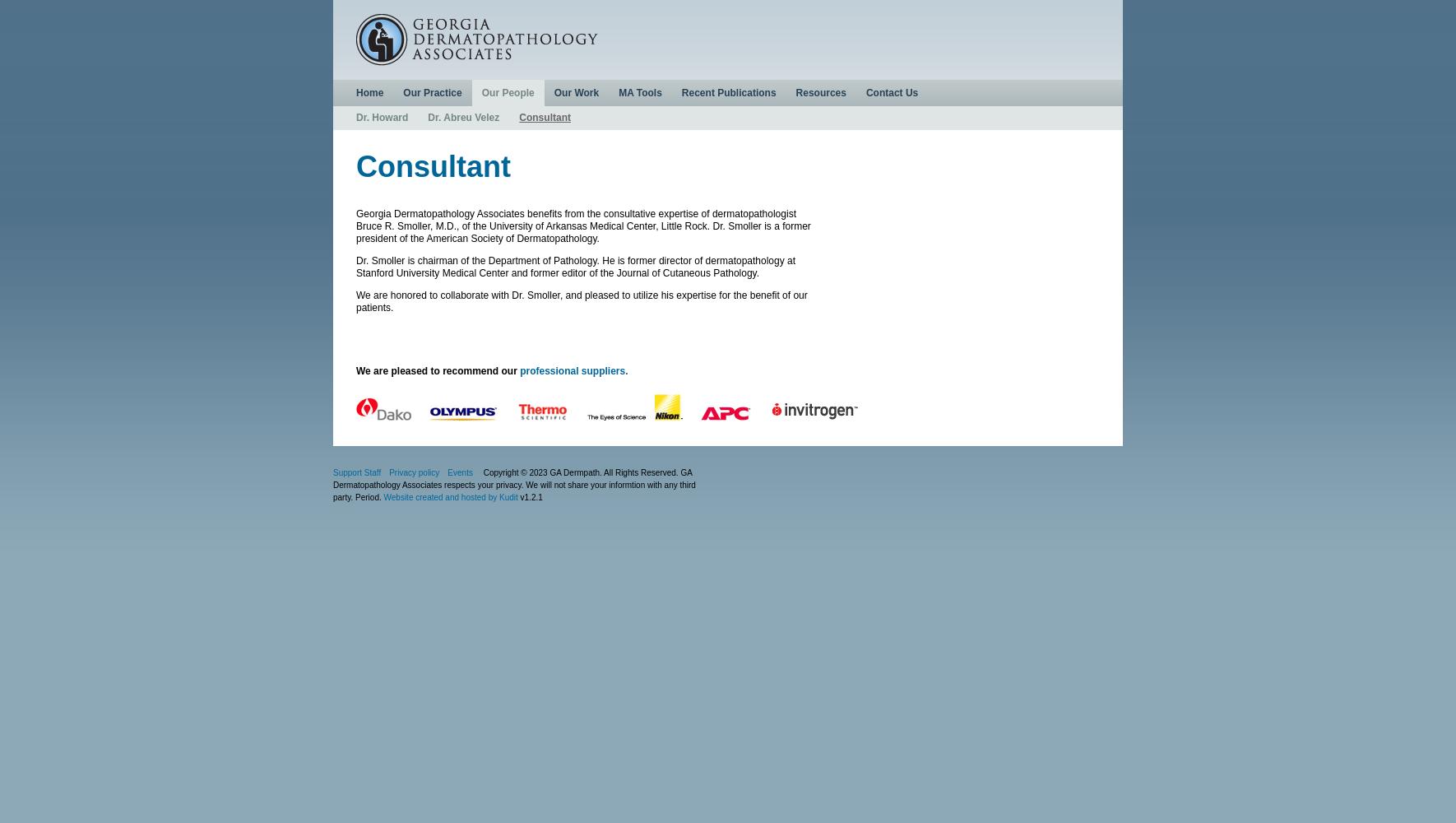 This screenshot has height=823, width=1456. I want to click on 'Consultant', so click(355, 165).